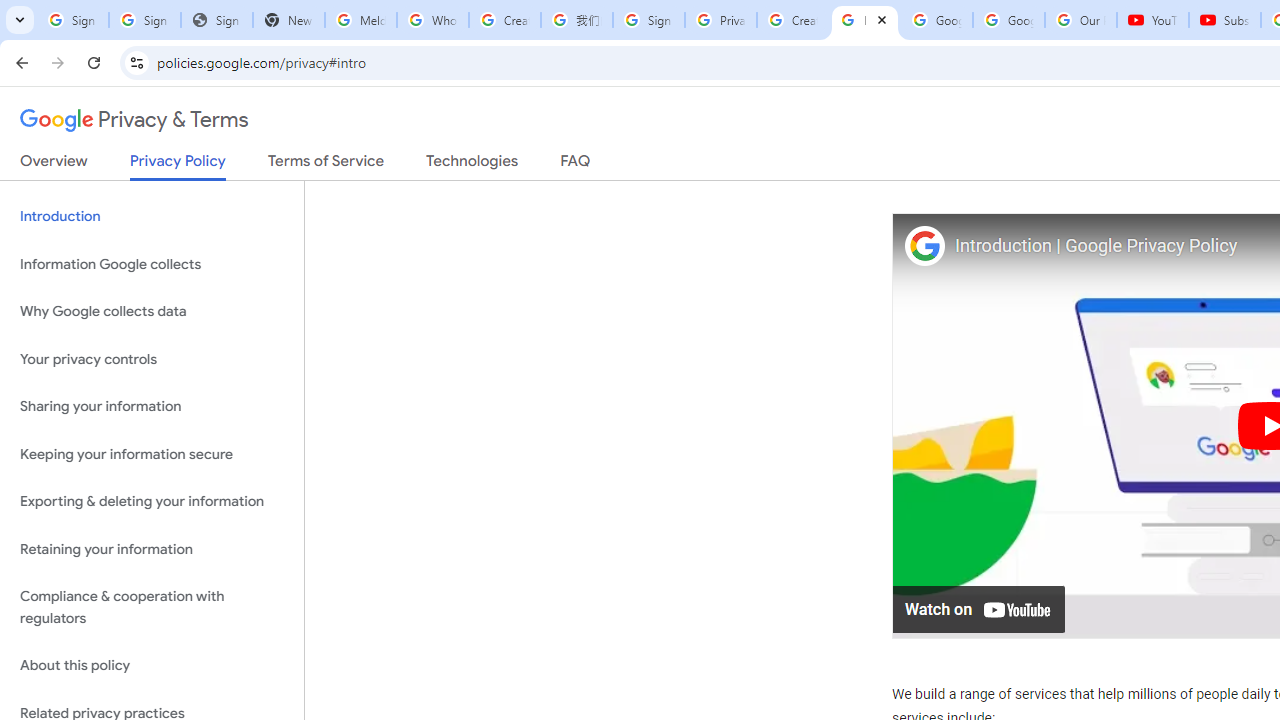 The width and height of the screenshot is (1280, 720). Describe the element at coordinates (431, 20) in the screenshot. I see `'Who is my administrator? - Google Account Help'` at that location.